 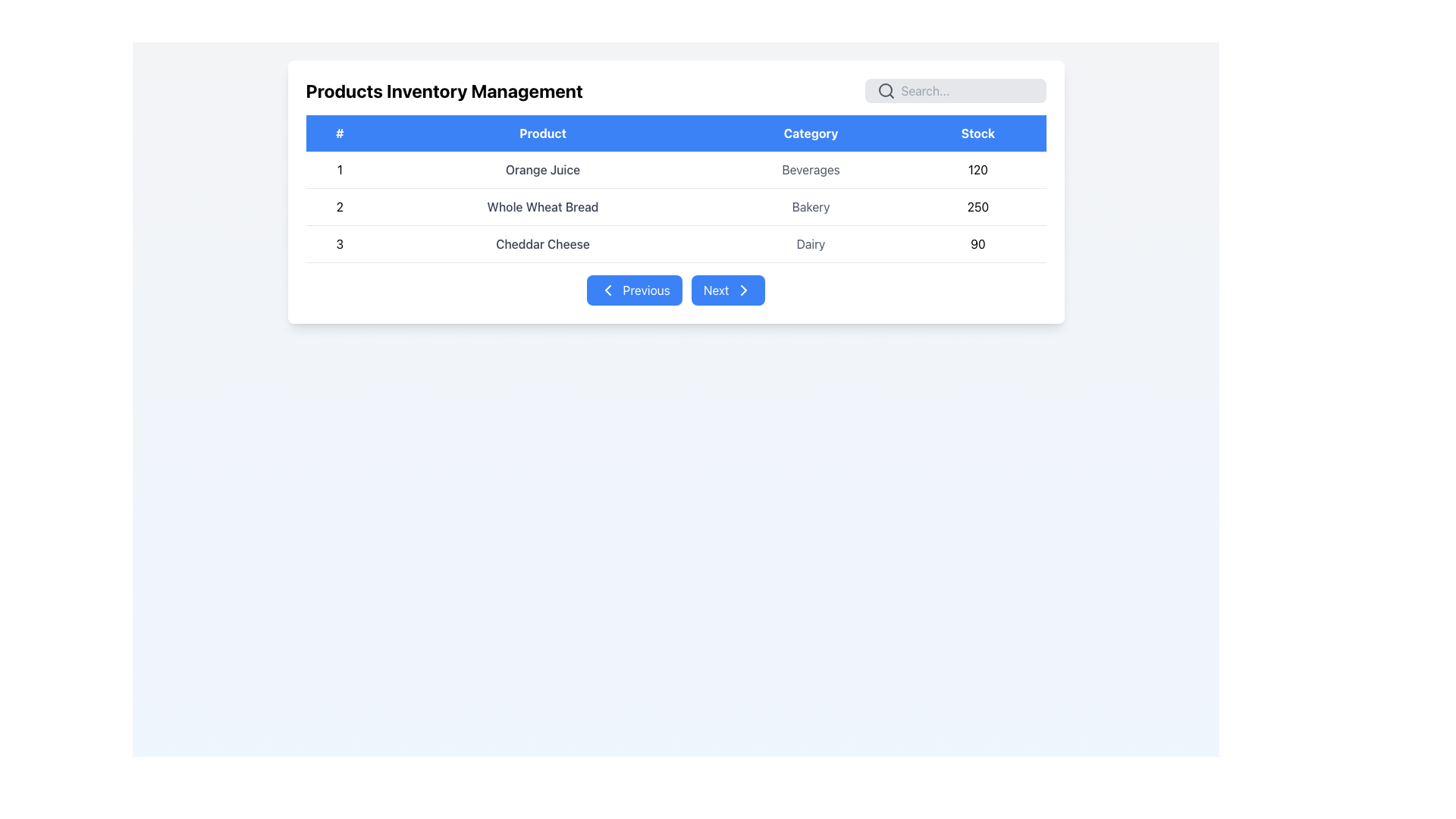 What do you see at coordinates (634, 290) in the screenshot?
I see `the blue 'Previous' button with a leftward-pointing chevron icon` at bounding box center [634, 290].